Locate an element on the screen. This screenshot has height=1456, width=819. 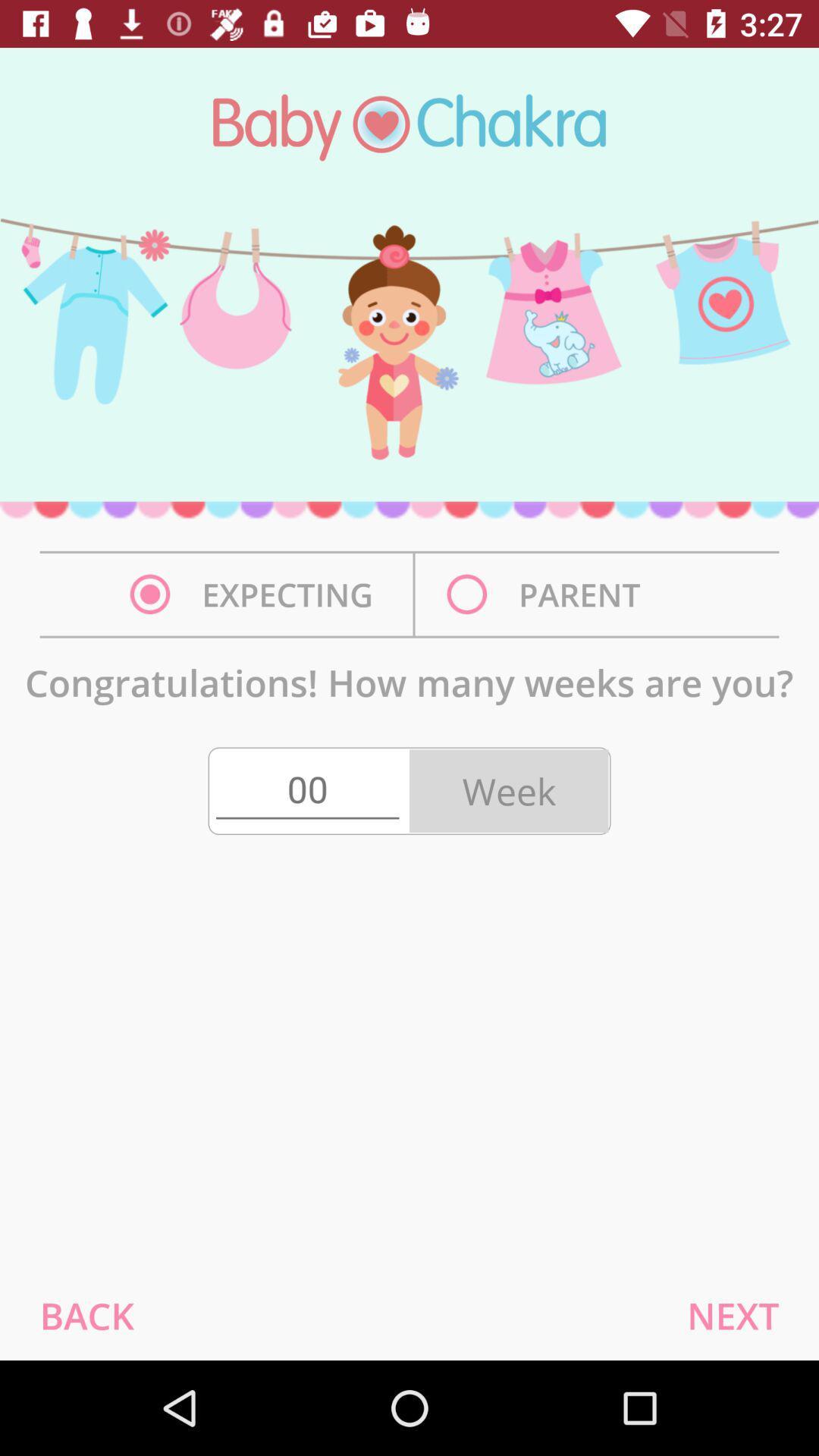
the next icon is located at coordinates (732, 1315).